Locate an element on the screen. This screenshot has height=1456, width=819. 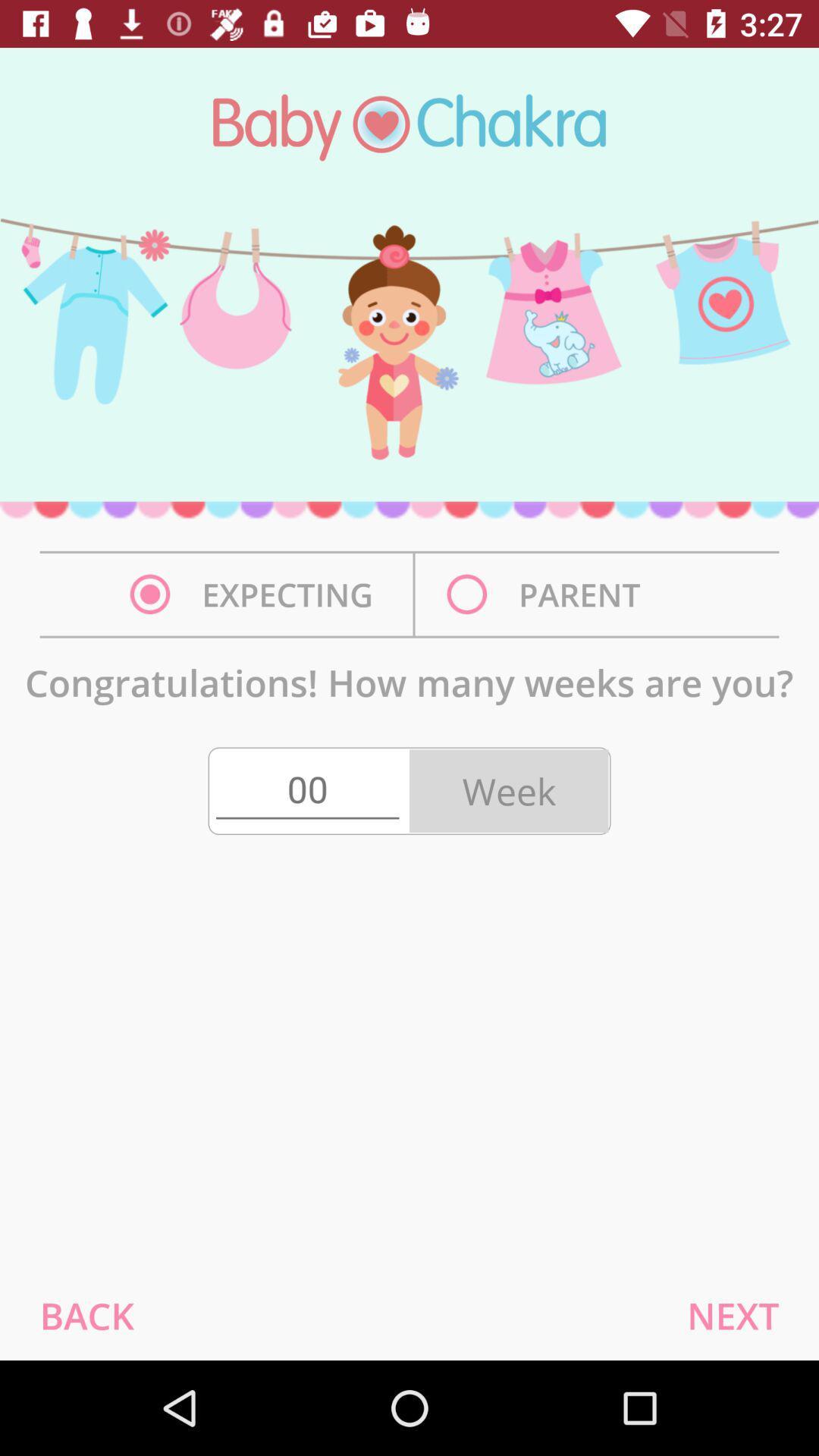
the next icon is located at coordinates (732, 1315).